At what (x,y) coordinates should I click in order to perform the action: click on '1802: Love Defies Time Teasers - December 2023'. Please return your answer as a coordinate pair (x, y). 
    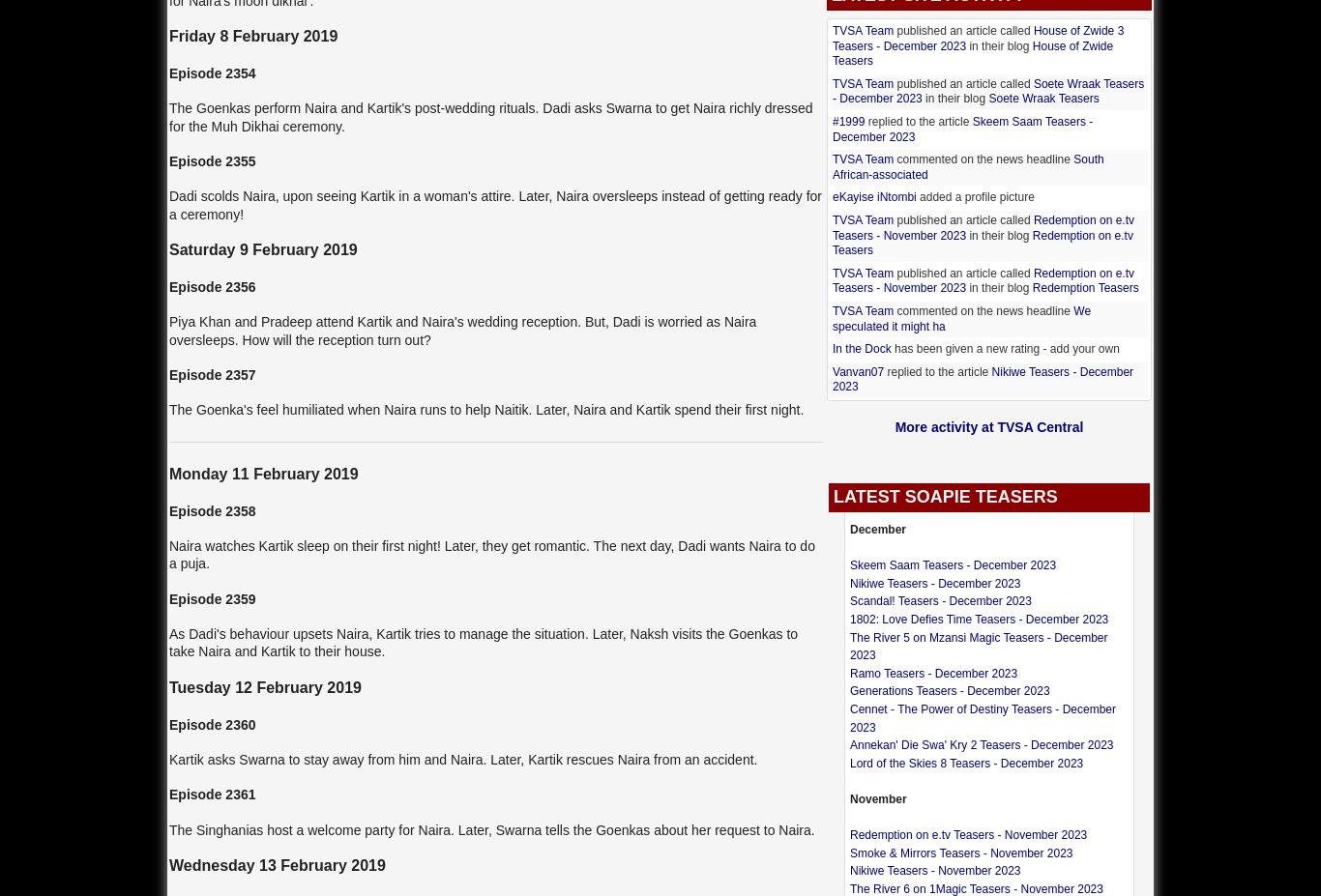
    Looking at the image, I should click on (979, 619).